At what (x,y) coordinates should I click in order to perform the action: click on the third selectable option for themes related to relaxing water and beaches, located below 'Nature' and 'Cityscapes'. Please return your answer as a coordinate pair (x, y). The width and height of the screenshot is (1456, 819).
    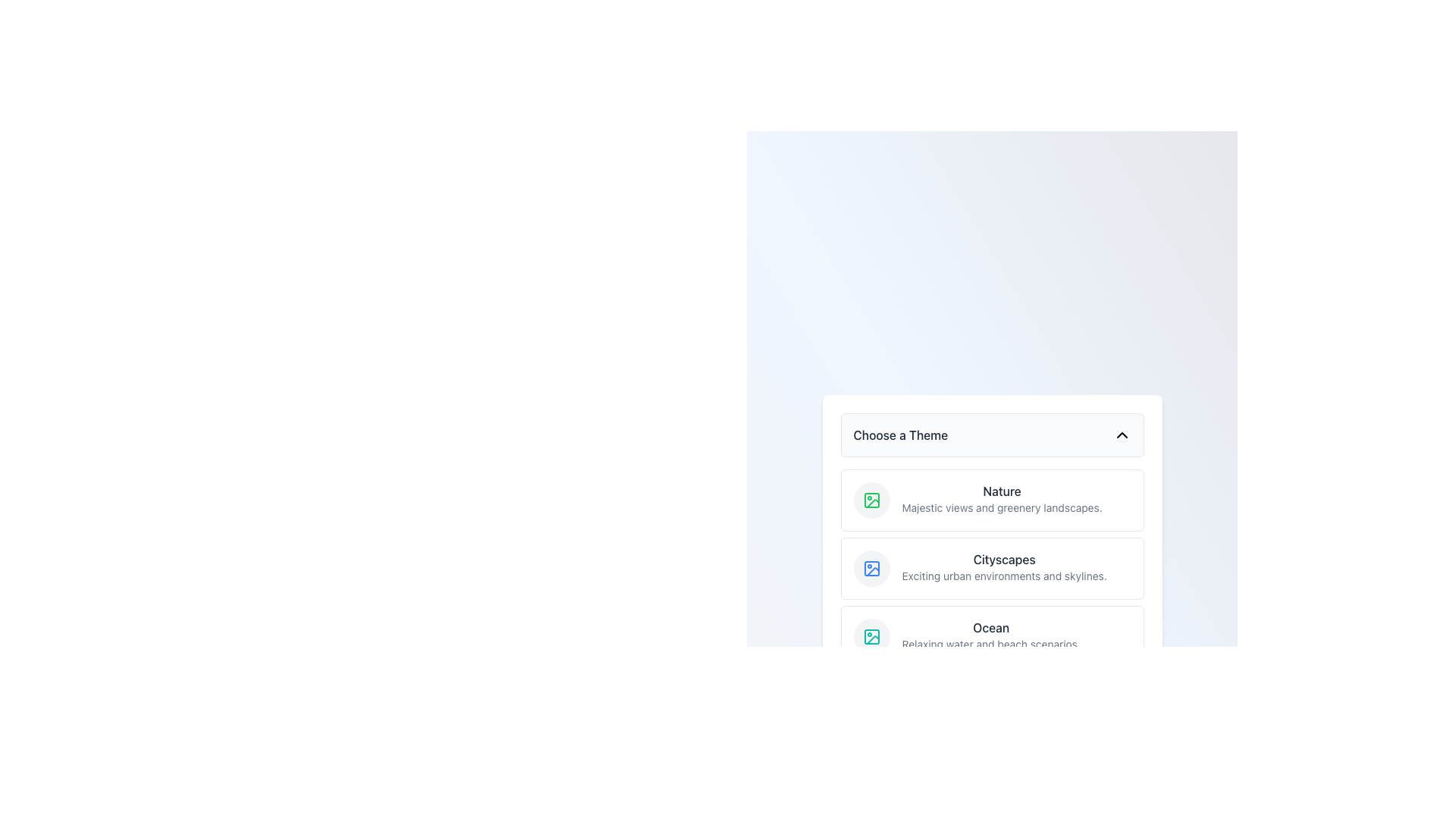
    Looking at the image, I should click on (992, 637).